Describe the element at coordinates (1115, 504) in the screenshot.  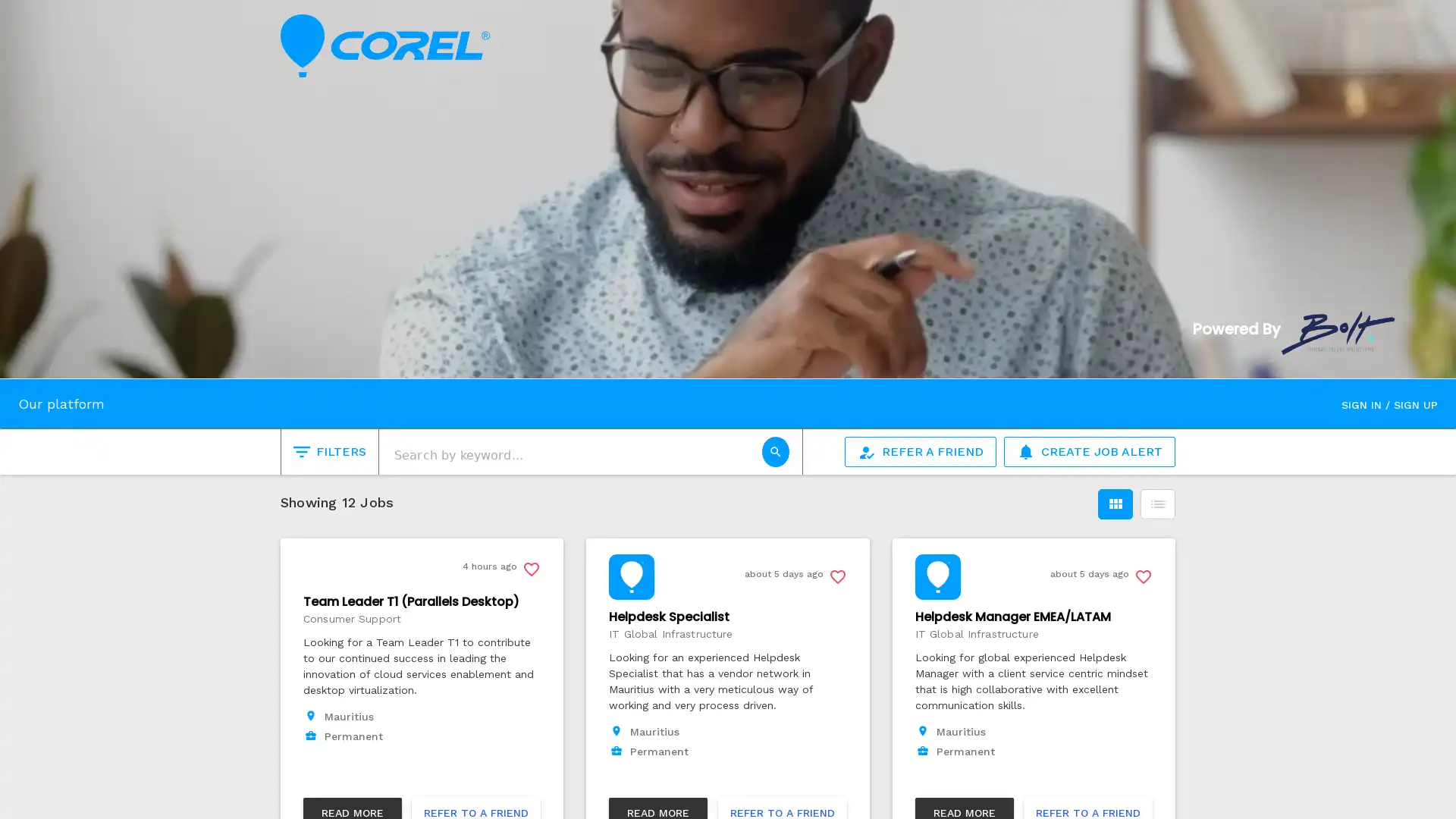
I see `Grid view` at that location.